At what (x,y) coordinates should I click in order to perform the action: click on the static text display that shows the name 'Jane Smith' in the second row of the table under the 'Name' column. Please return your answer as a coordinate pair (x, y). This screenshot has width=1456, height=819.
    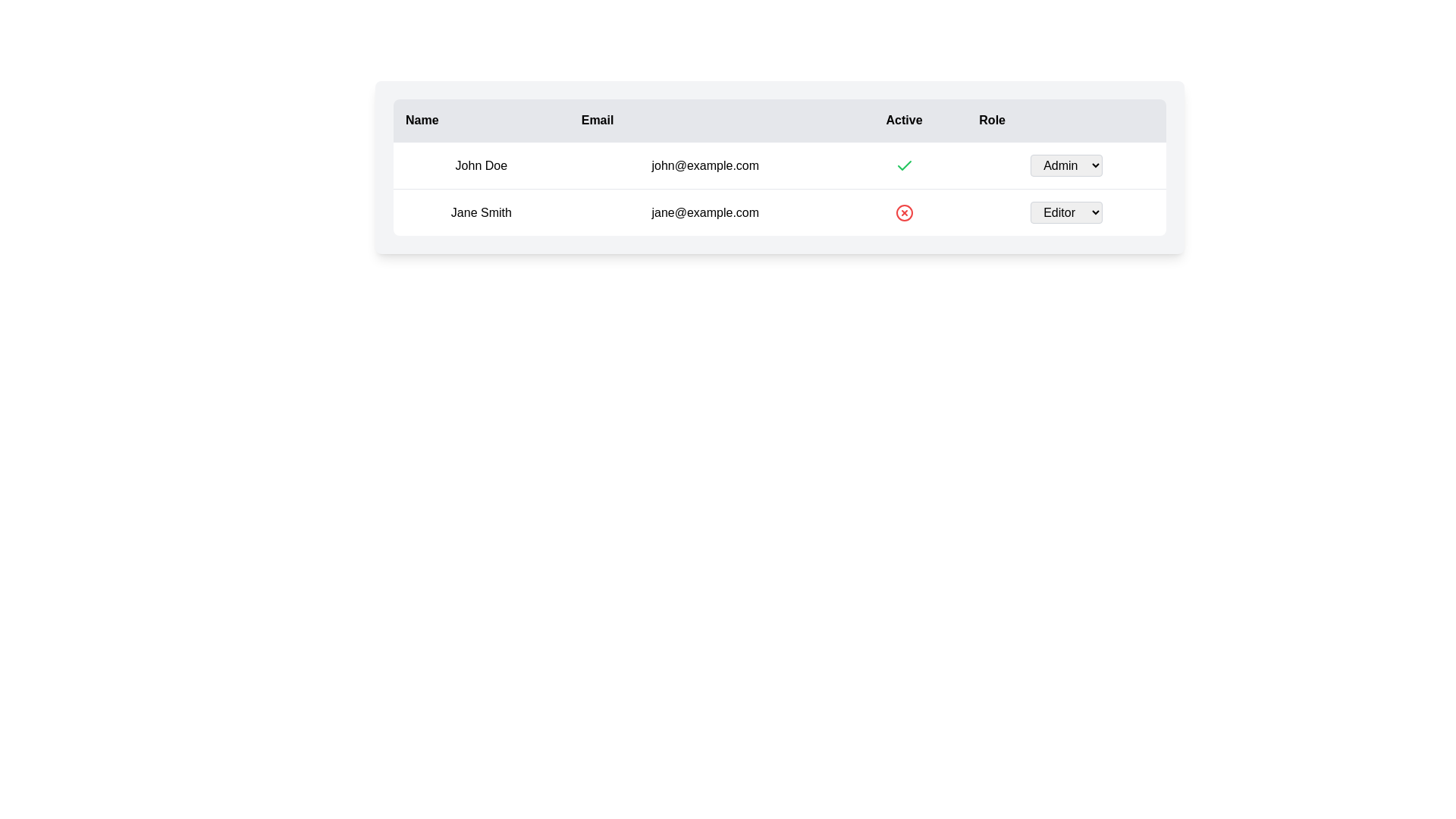
    Looking at the image, I should click on (480, 212).